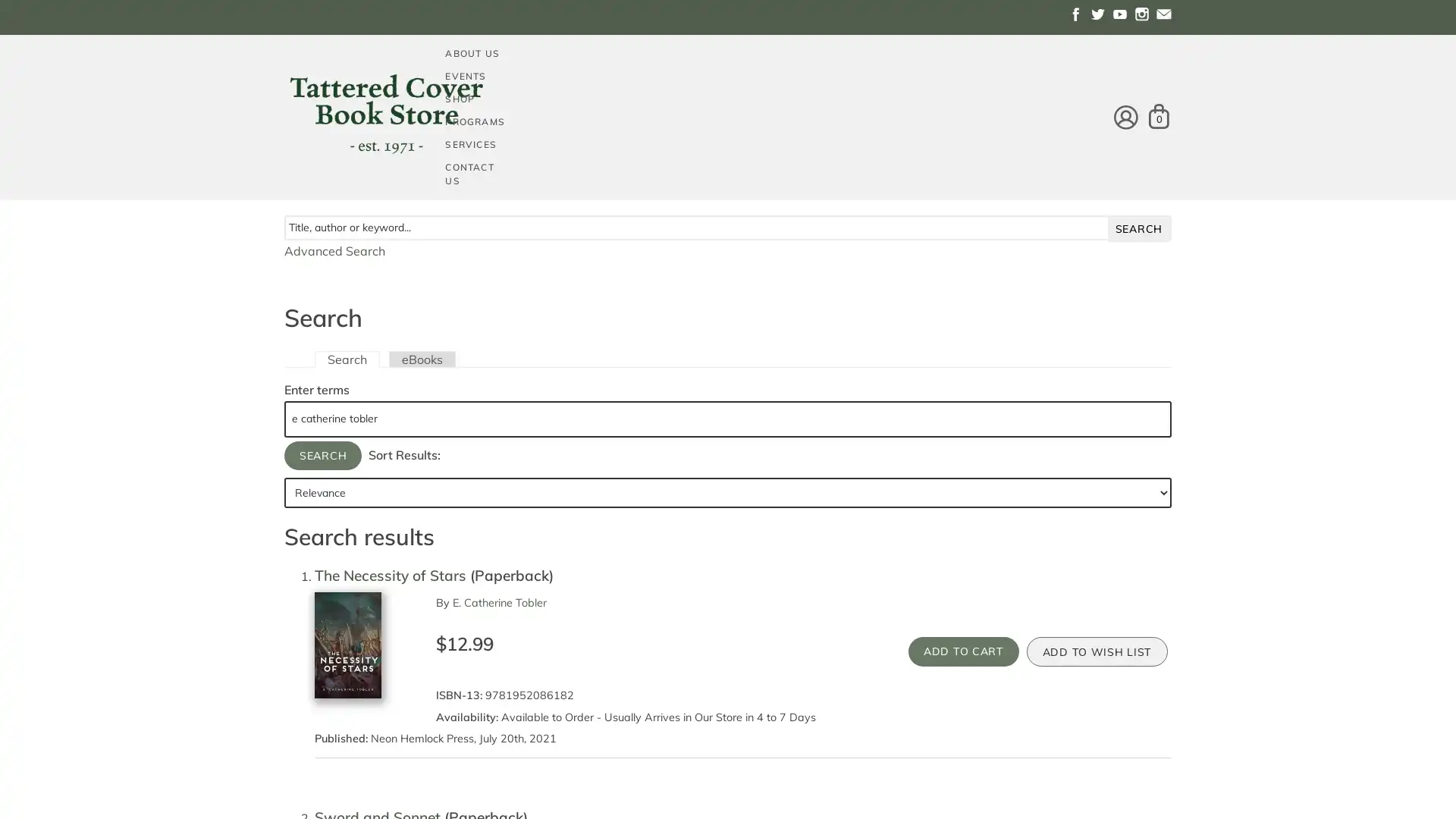 This screenshot has height=819, width=1456. What do you see at coordinates (322, 454) in the screenshot?
I see `Search` at bounding box center [322, 454].